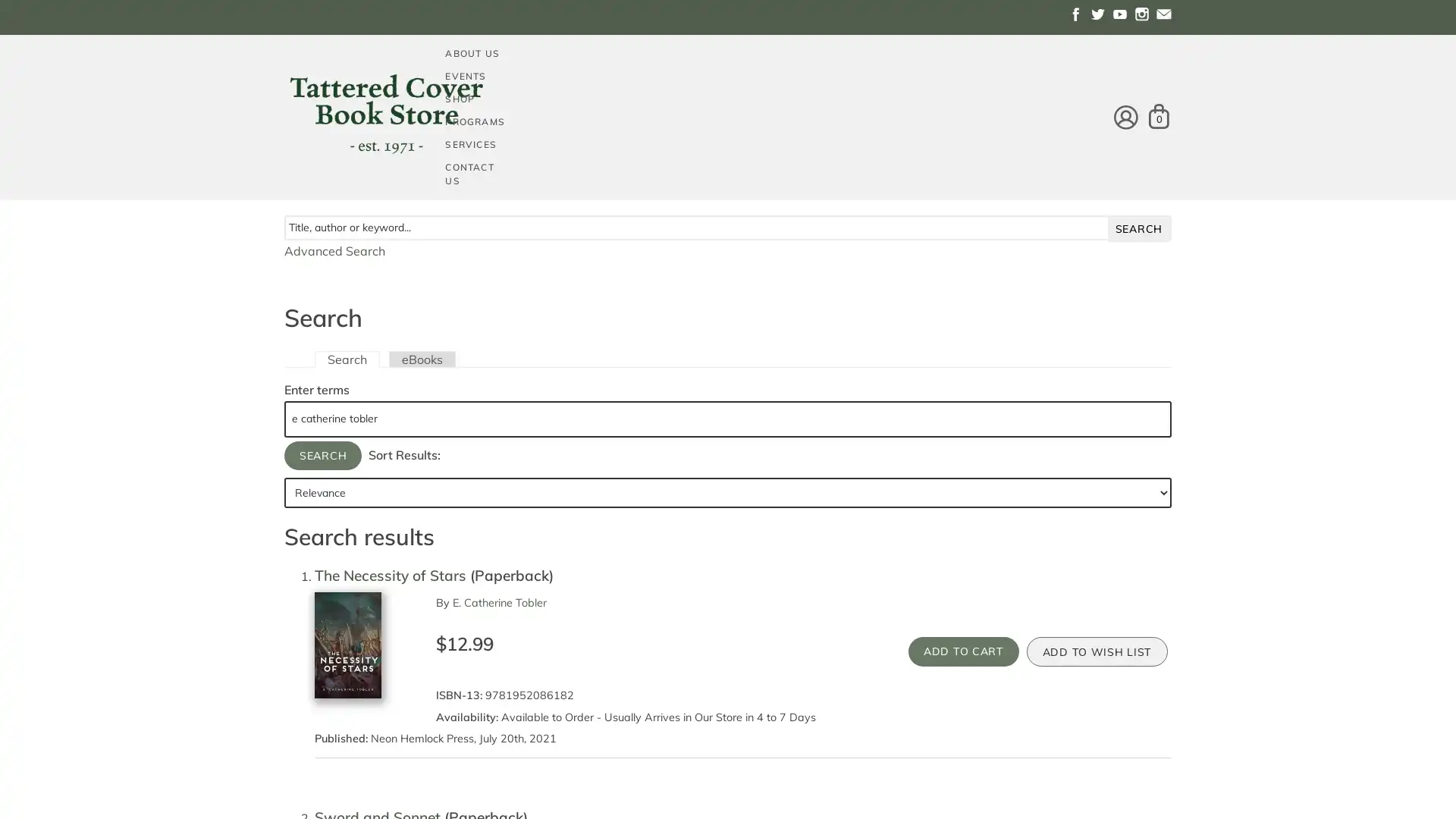 This screenshot has height=819, width=1456. What do you see at coordinates (322, 454) in the screenshot?
I see `Search` at bounding box center [322, 454].